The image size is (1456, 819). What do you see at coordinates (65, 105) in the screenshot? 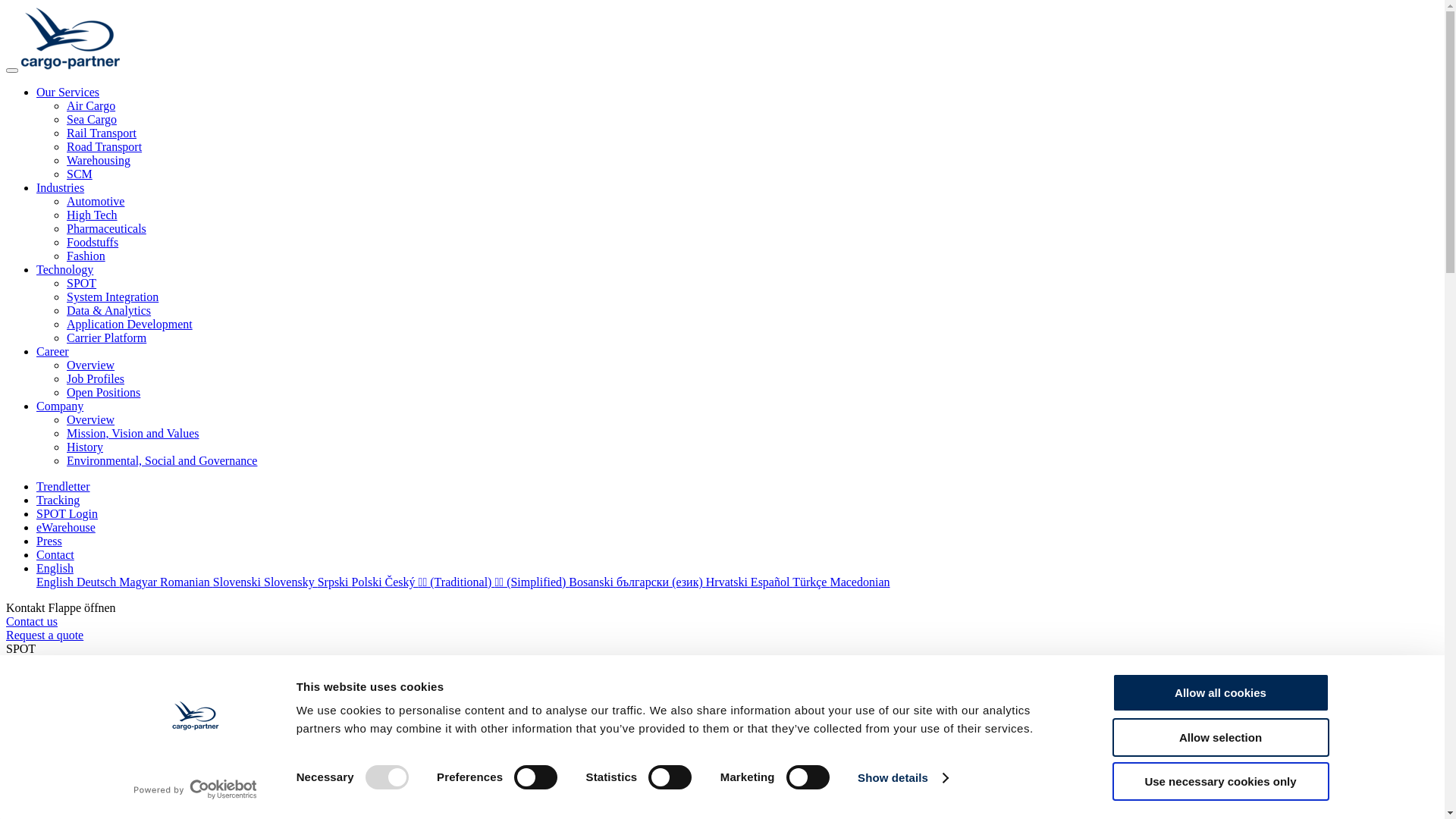
I see `'Air Cargo'` at bounding box center [65, 105].